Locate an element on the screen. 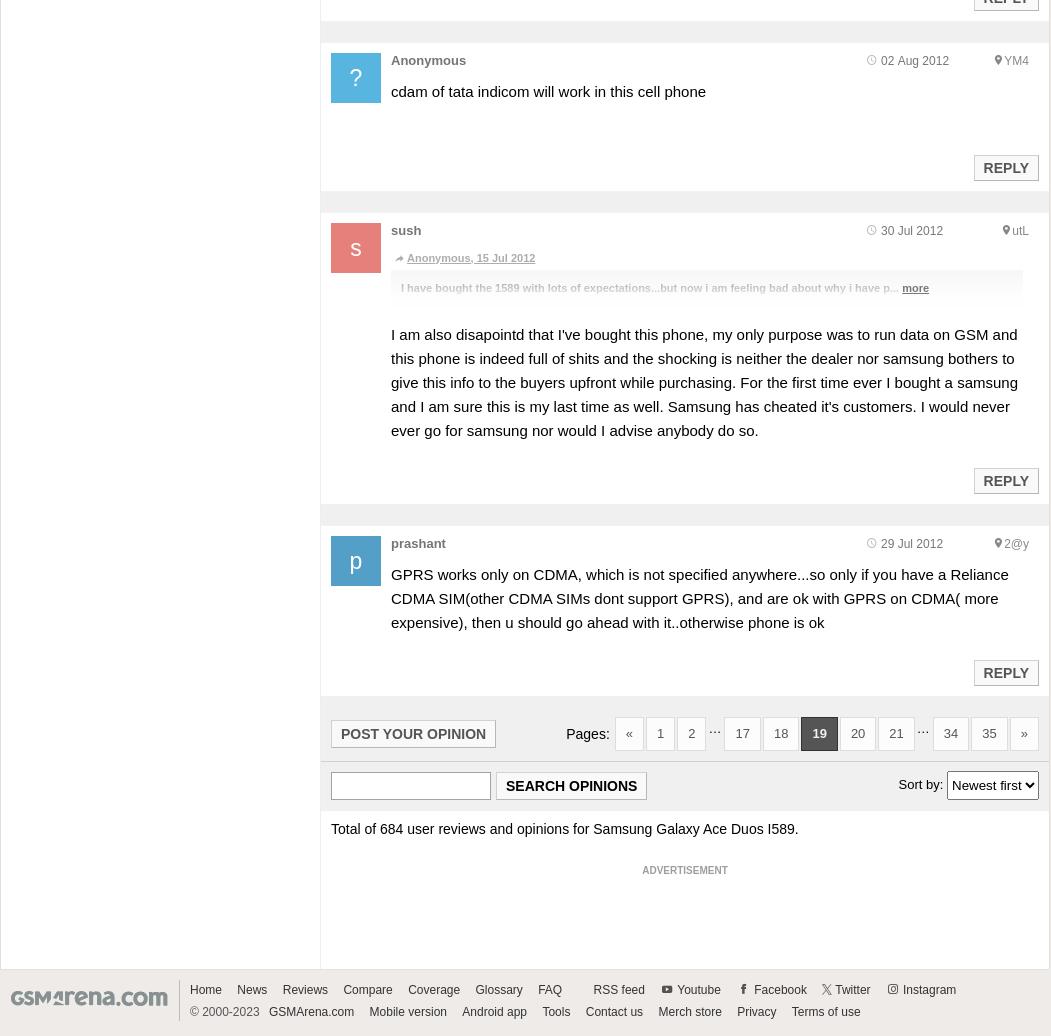 The width and height of the screenshot is (1051, 1036). 'Total of 684 user reviews and opinions for' is located at coordinates (461, 827).